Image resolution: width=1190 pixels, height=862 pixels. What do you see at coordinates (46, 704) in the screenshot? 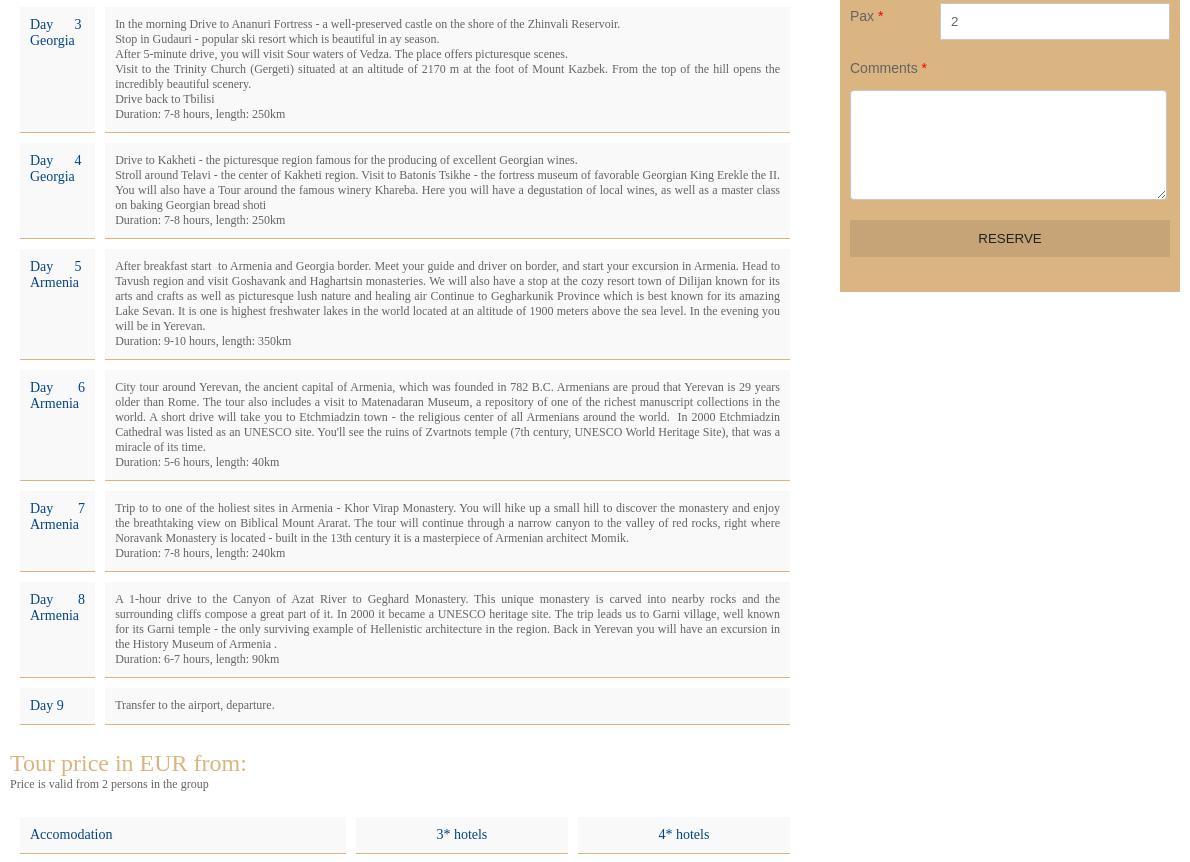
I see `'Day 9'` at bounding box center [46, 704].